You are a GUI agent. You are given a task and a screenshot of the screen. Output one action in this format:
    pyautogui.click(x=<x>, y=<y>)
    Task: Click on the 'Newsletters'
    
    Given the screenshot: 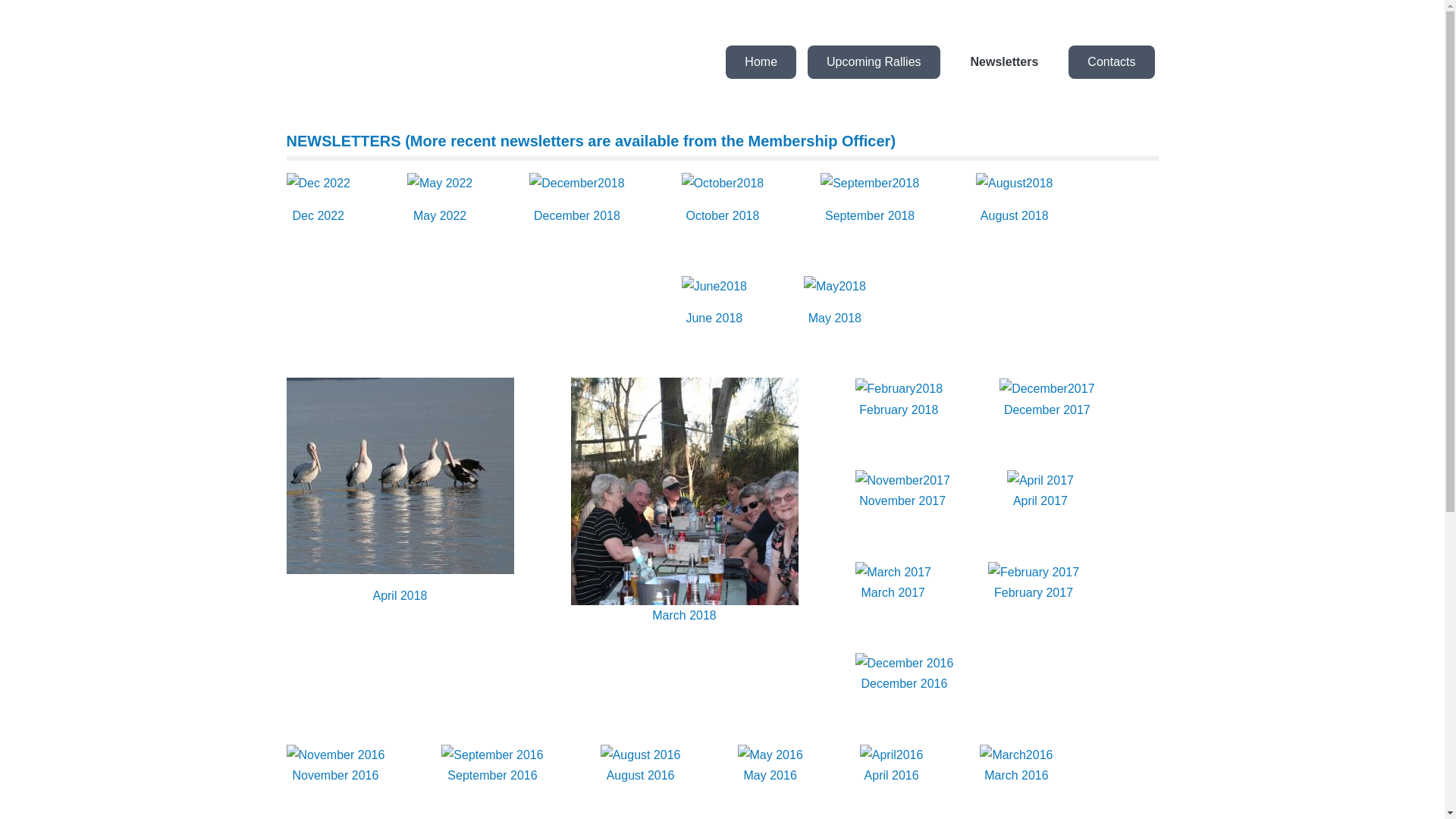 What is the action you would take?
    pyautogui.click(x=1004, y=61)
    